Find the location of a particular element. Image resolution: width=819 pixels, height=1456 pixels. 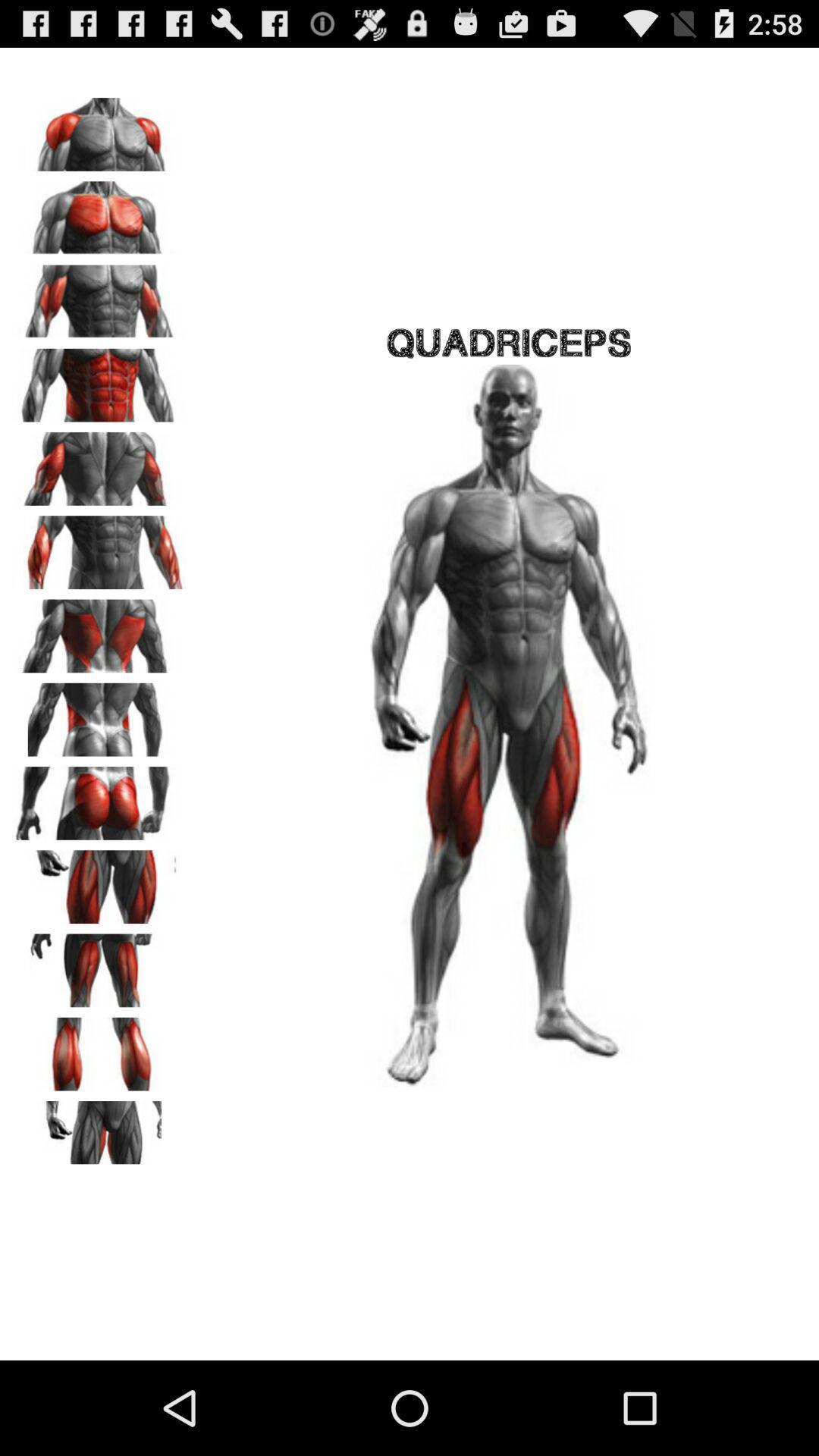

find exercises for glutes is located at coordinates (99, 797).